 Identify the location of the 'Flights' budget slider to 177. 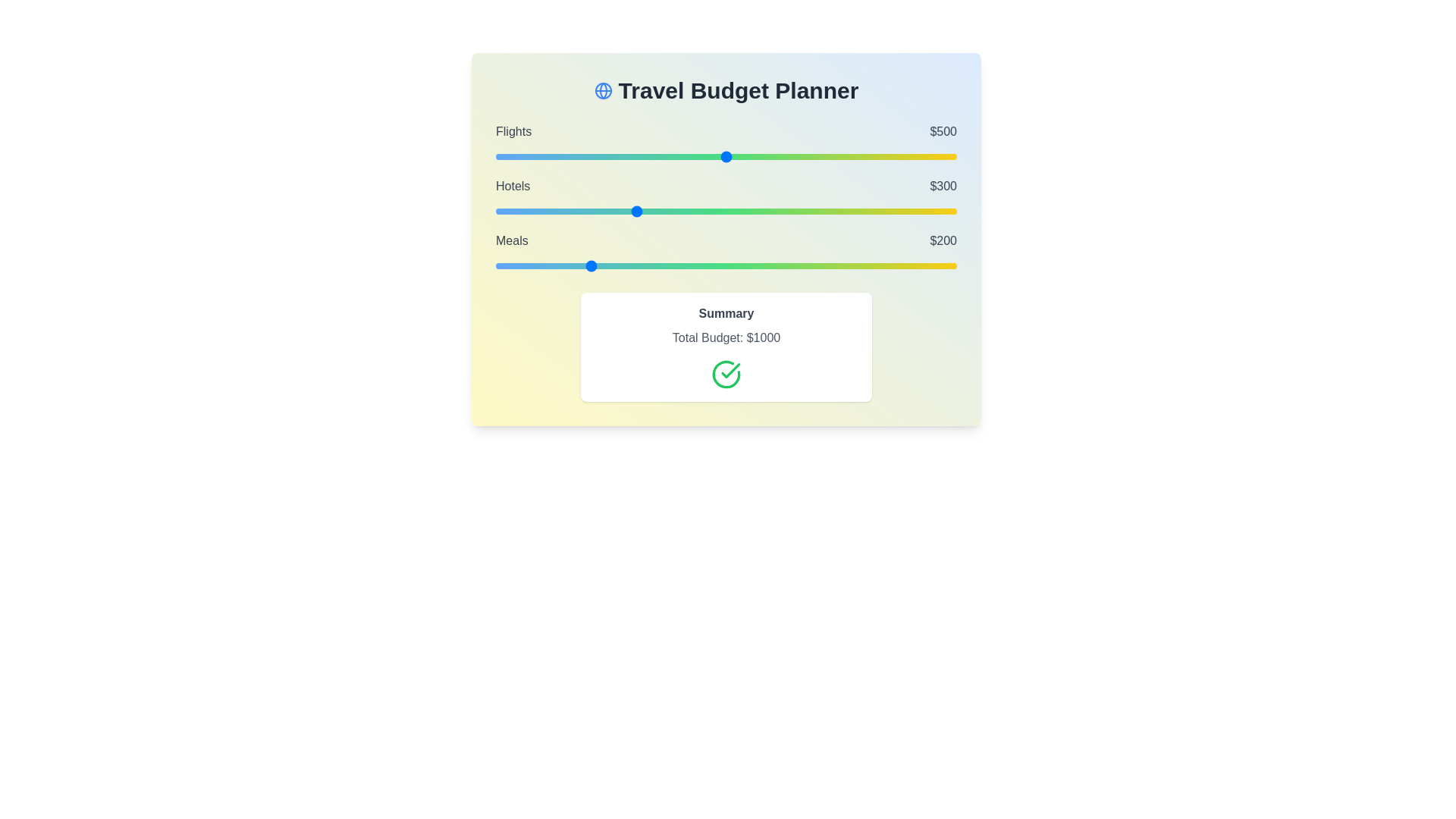
(576, 157).